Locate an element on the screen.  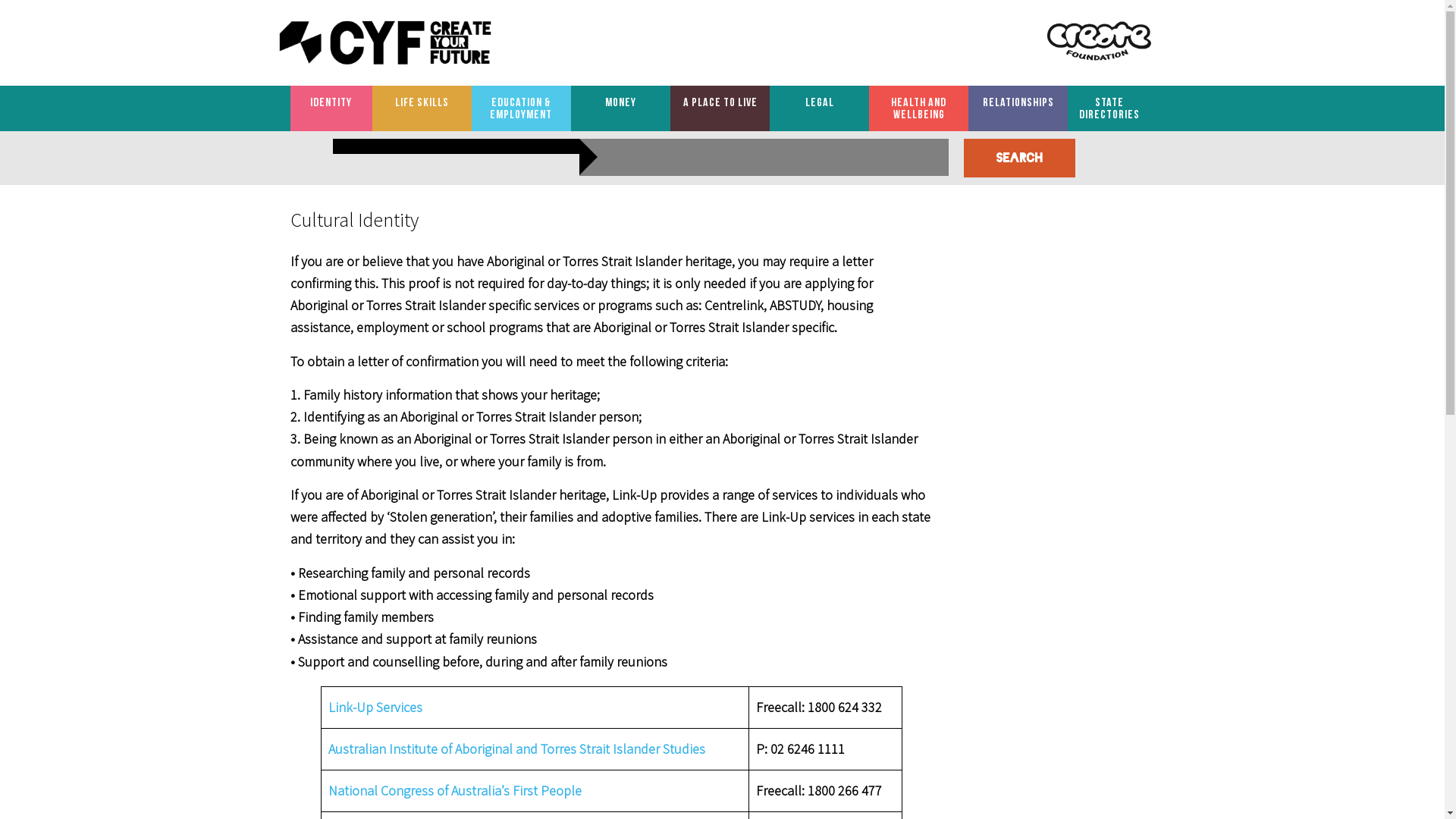
'Link-Up Services' is located at coordinates (375, 707).